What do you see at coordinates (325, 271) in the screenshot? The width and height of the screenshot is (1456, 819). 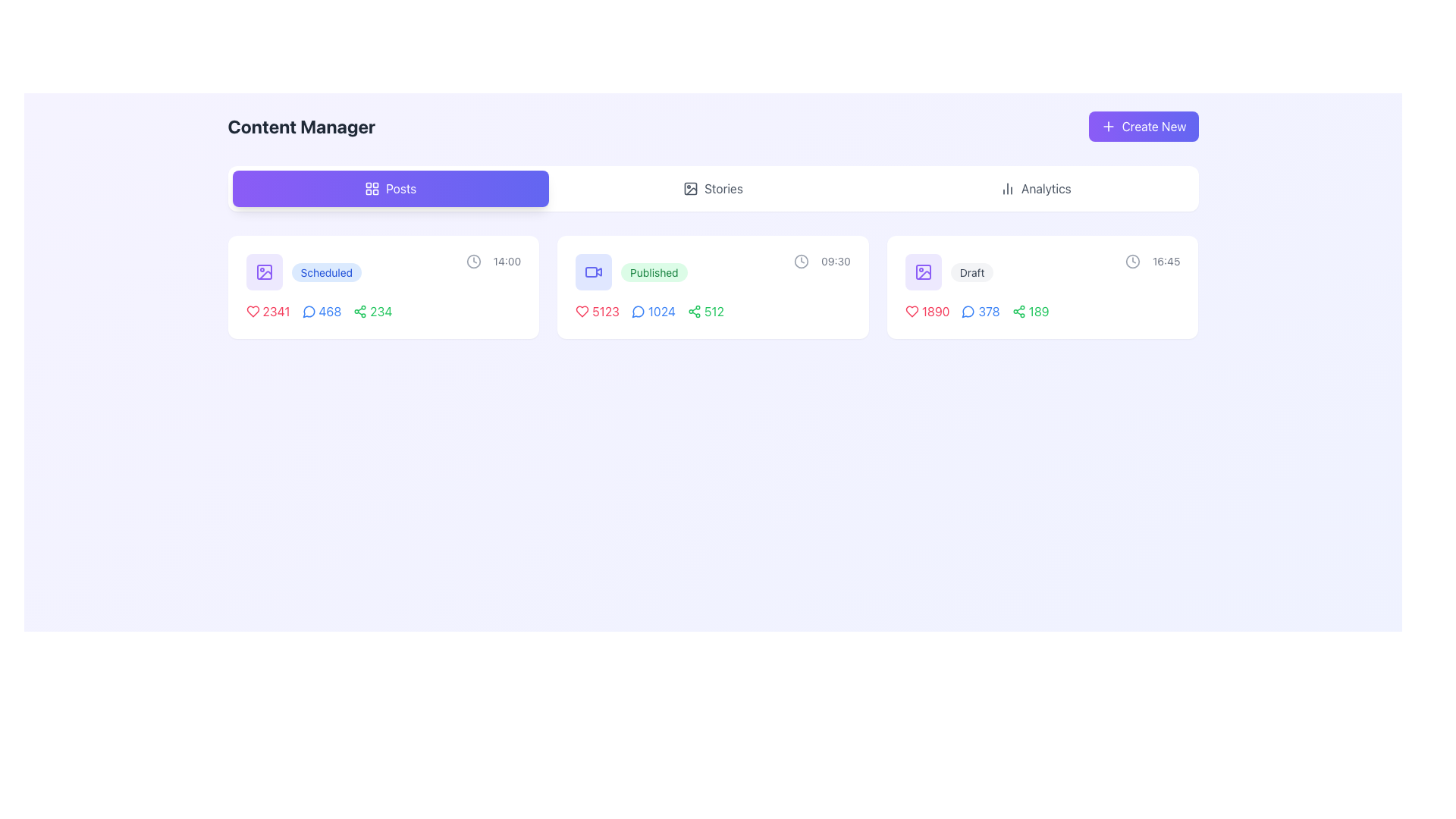 I see `the status indicator badge located in the first card under the 'Posts' tab, which serves as a display for the content item's scheduled state` at bounding box center [325, 271].